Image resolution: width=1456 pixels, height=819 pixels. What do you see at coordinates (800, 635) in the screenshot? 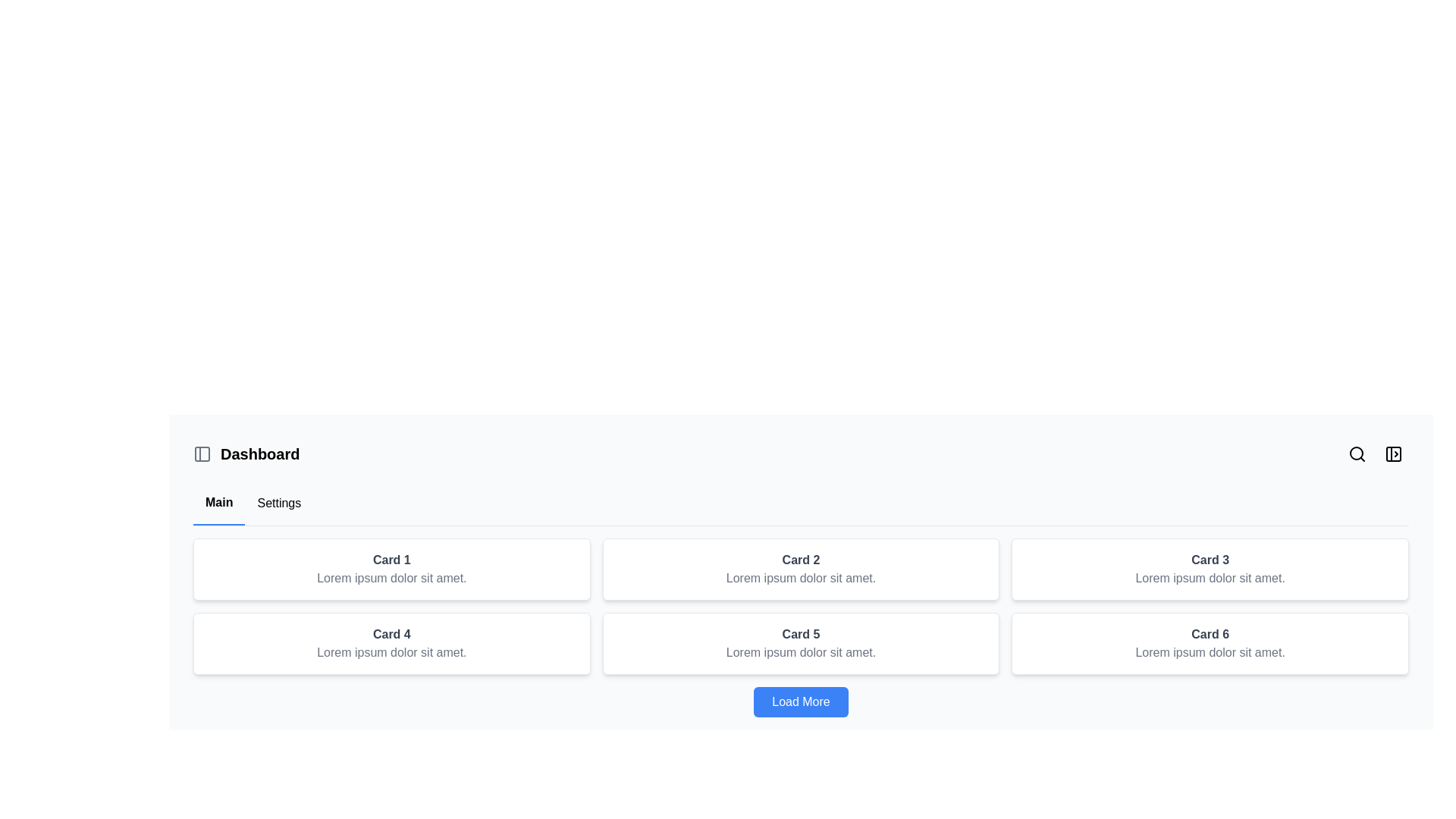
I see `bolded text 'Card 5' displayed prominently at the top of the card located in the second row and second column of the grid layout` at bounding box center [800, 635].